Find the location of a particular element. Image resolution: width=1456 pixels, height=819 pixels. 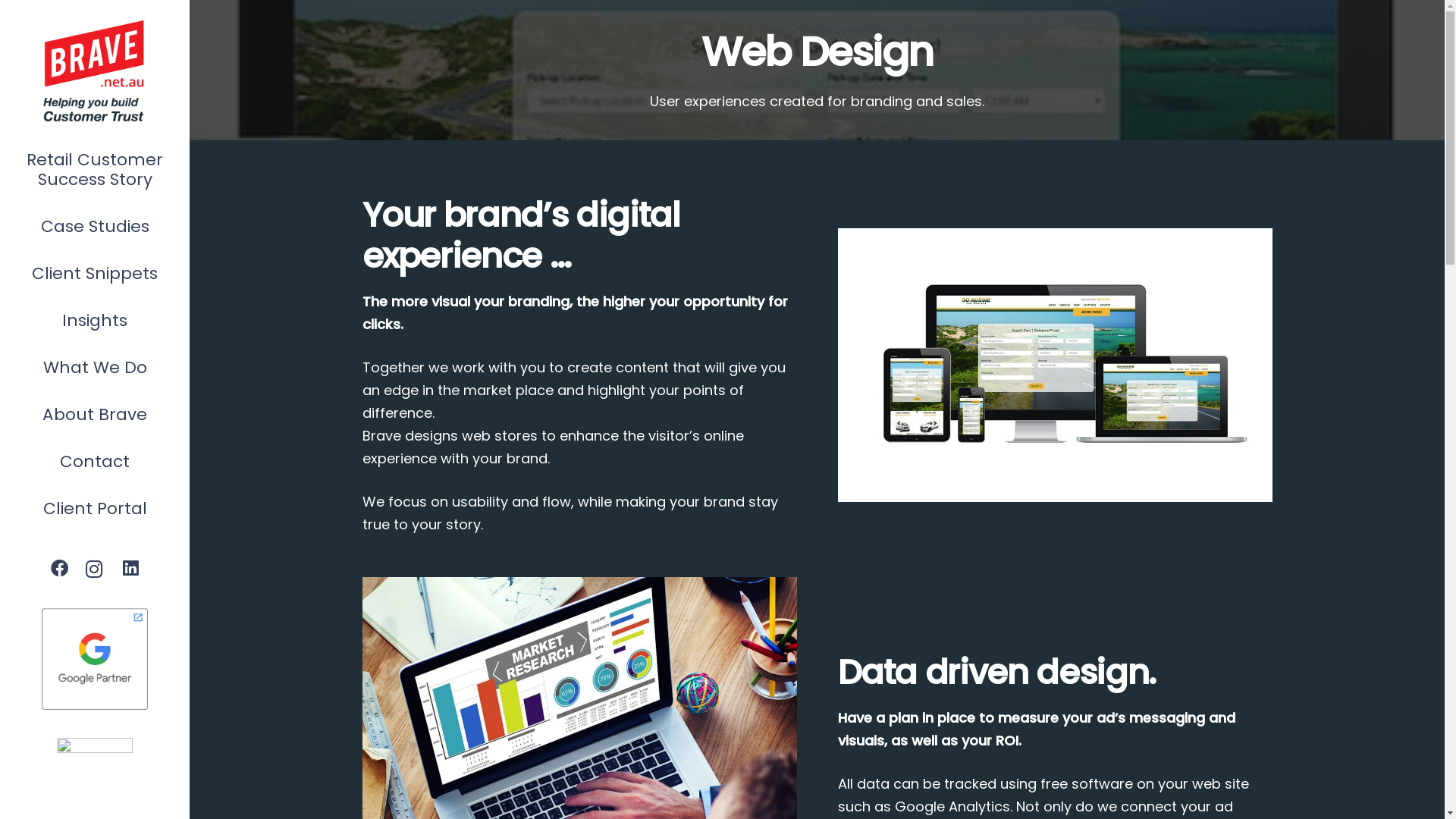

'Instagram' is located at coordinates (76, 569).